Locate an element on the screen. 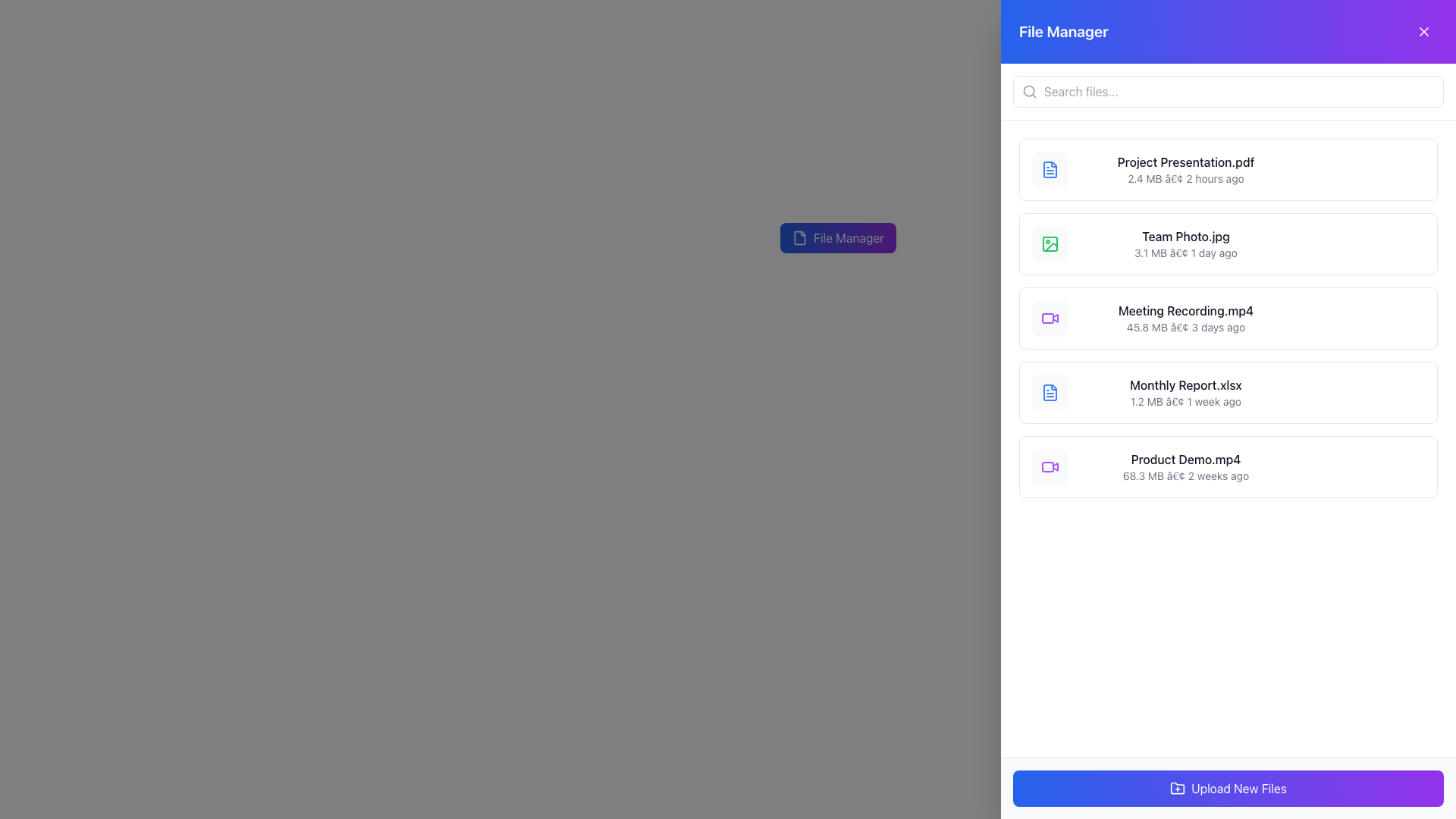 This screenshot has height=819, width=1456. the document icon located on the leftmost side of the 'File Manager' button is located at coordinates (799, 237).